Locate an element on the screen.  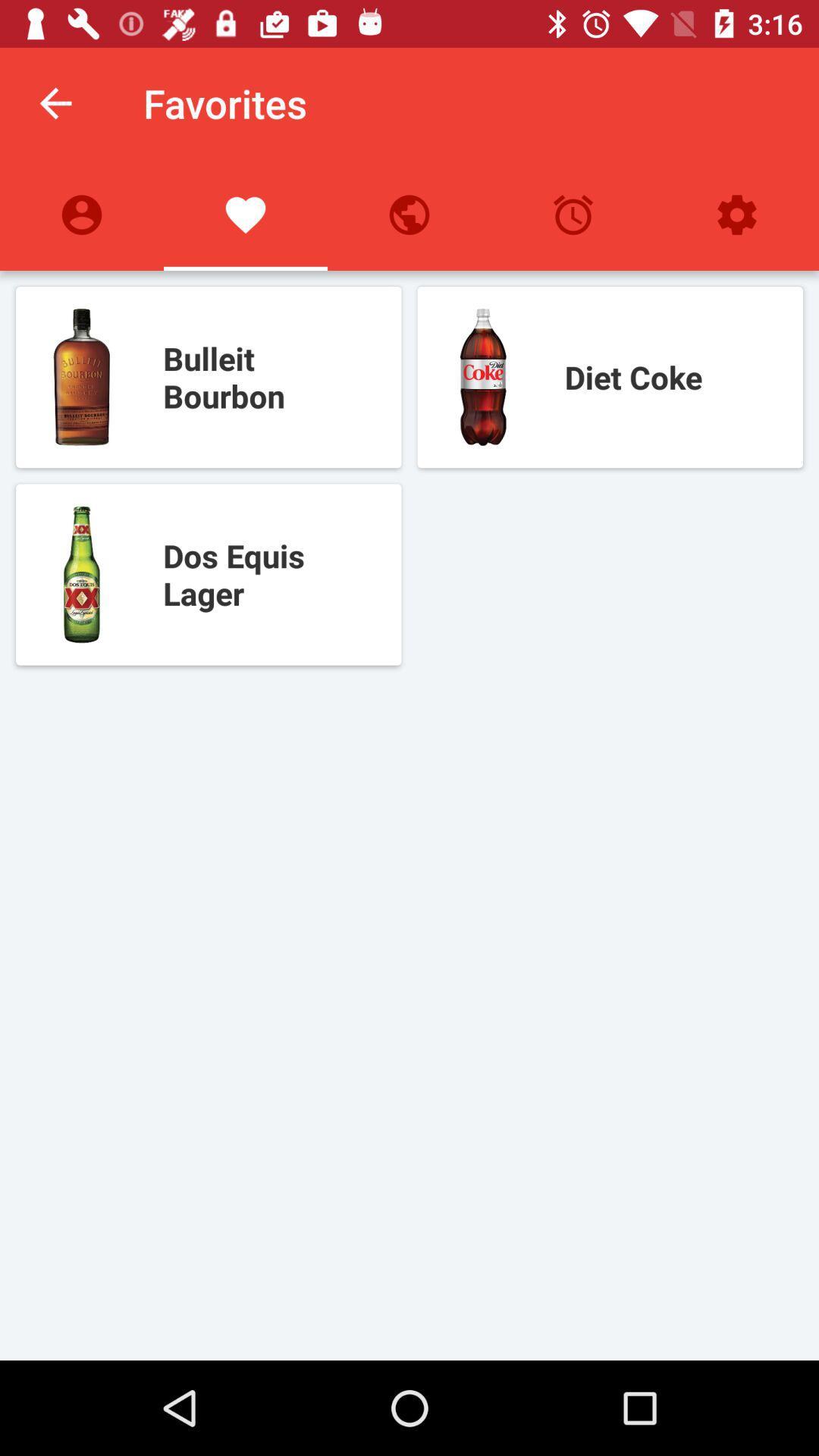
item to the left of the favorites item is located at coordinates (55, 102).